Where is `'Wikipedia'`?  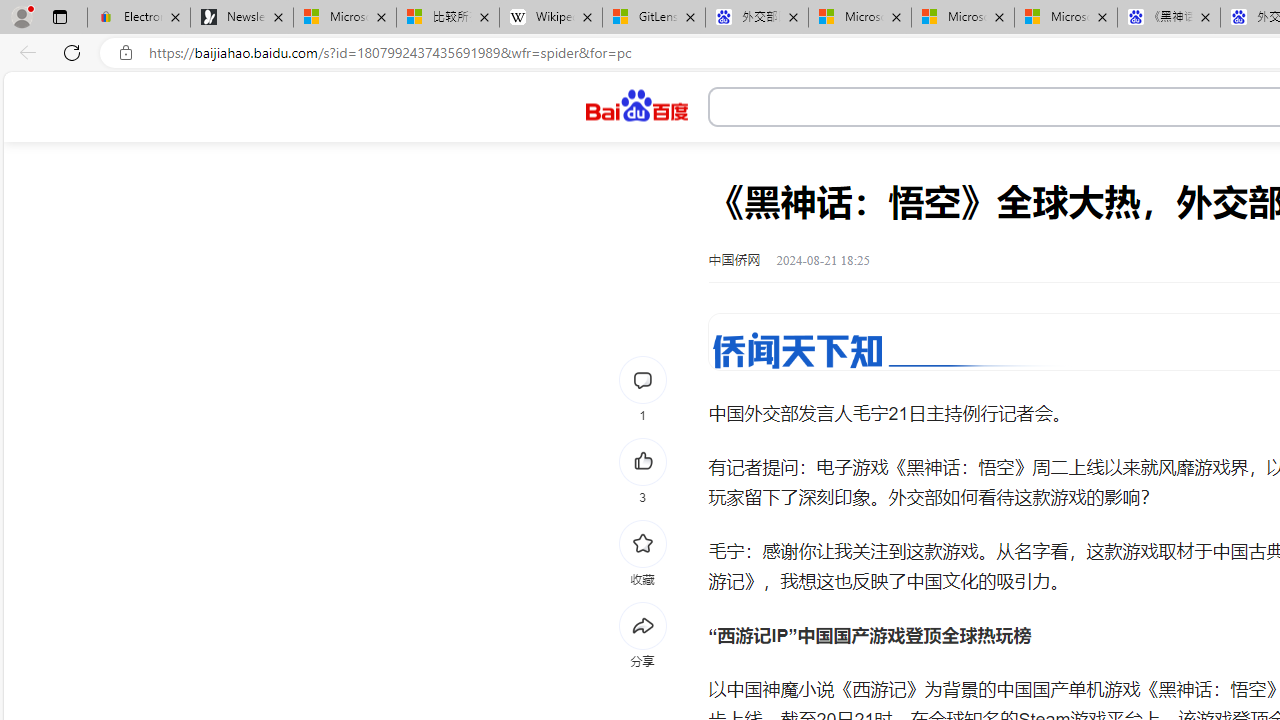
'Wikipedia' is located at coordinates (551, 17).